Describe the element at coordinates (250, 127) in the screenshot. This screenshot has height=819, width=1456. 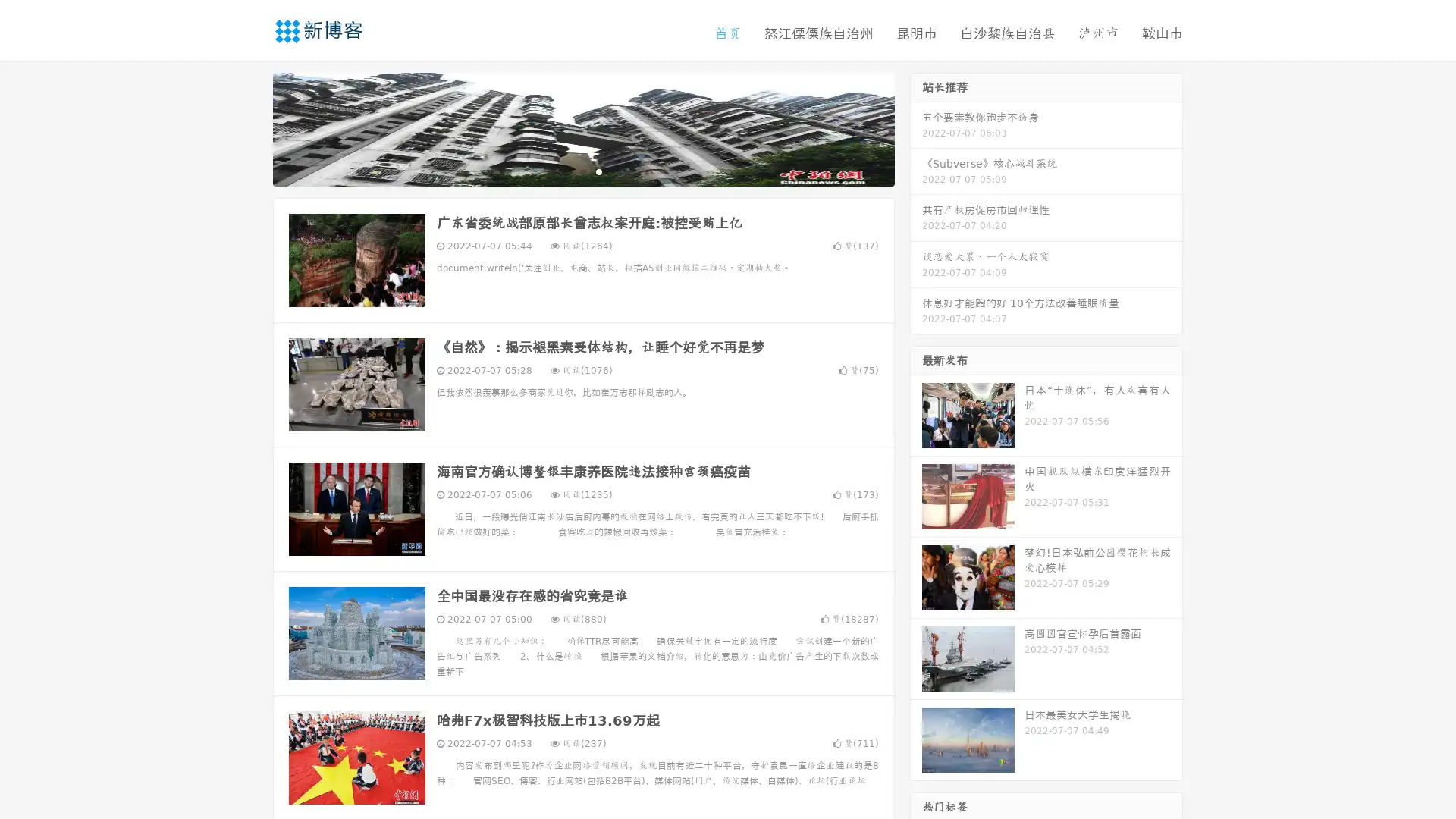
I see `Previous slide` at that location.